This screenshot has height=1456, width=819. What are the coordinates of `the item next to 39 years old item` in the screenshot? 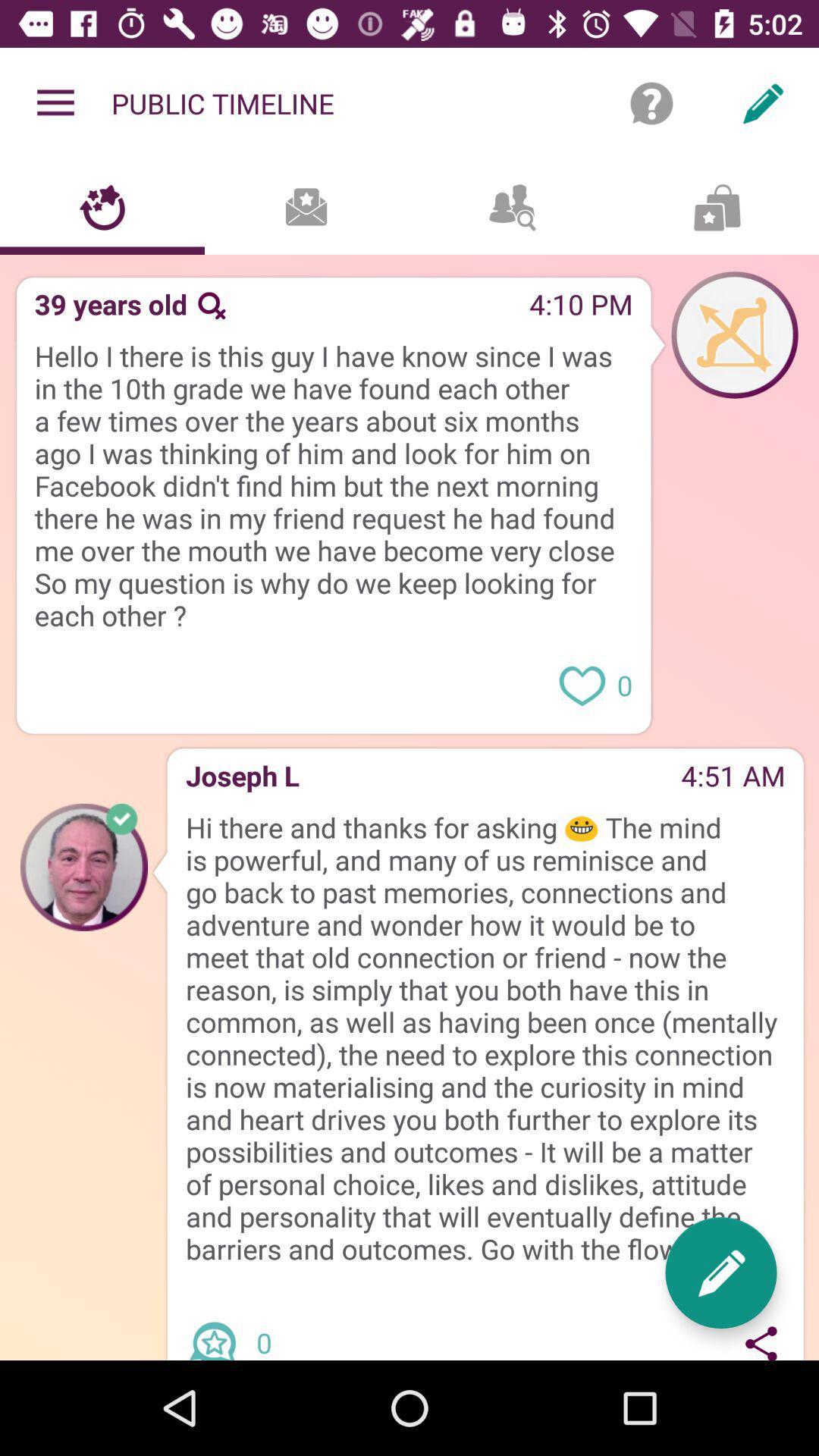 It's located at (212, 305).